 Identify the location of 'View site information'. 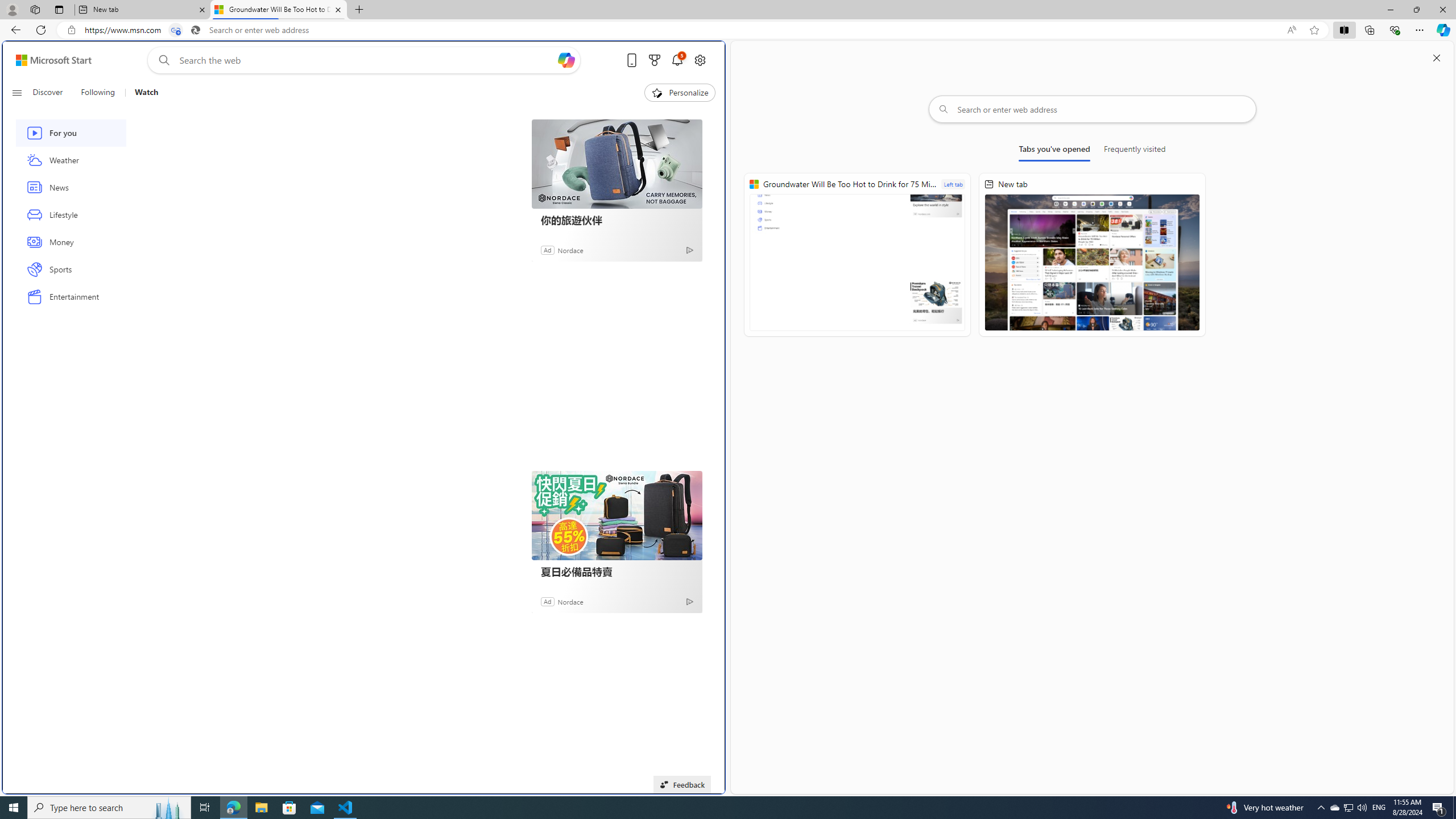
(71, 30).